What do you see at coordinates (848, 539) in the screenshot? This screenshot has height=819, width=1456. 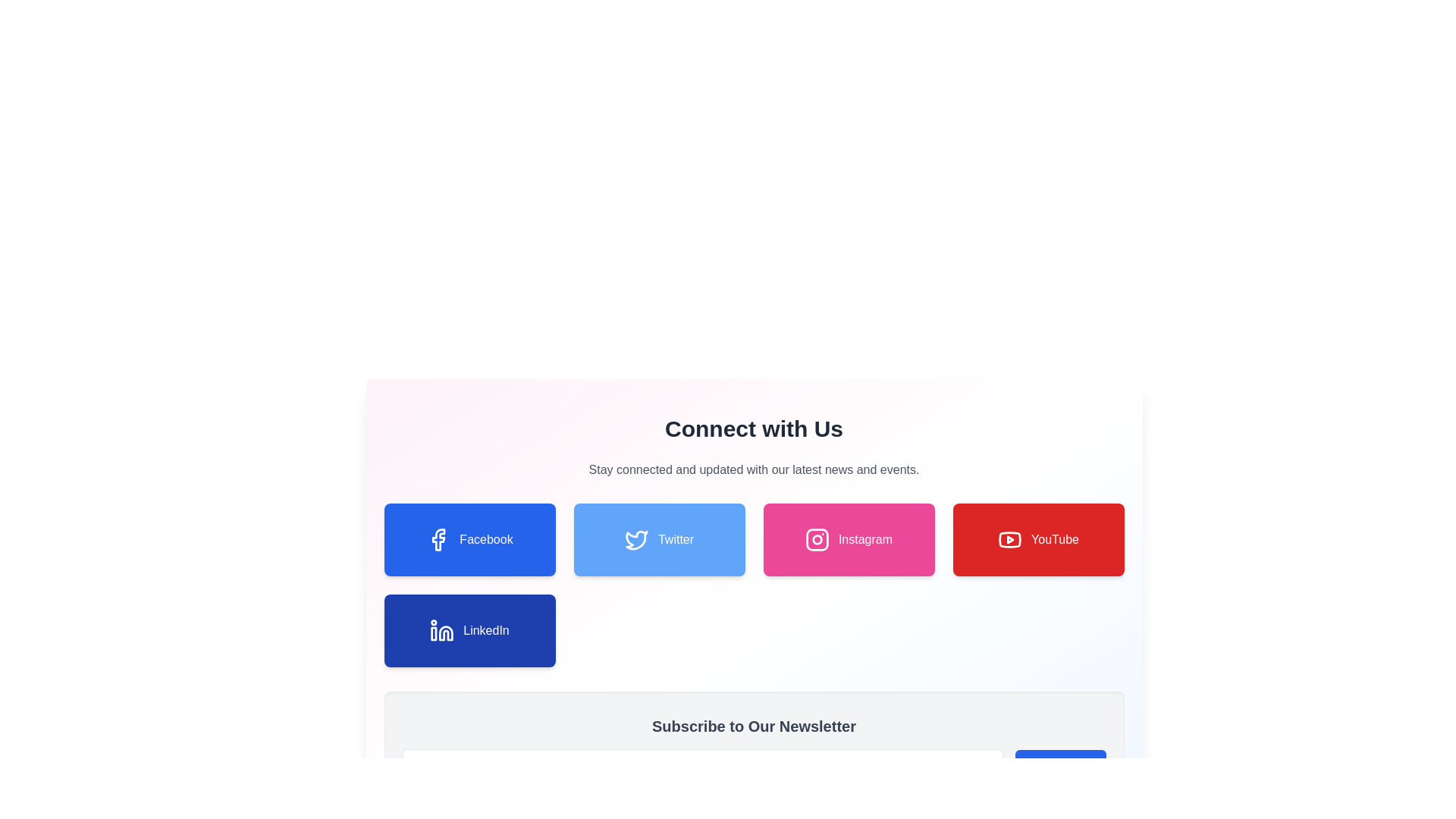 I see `the Instagram button, which is the third button in a row of four under the 'Connect with Us' header` at bounding box center [848, 539].